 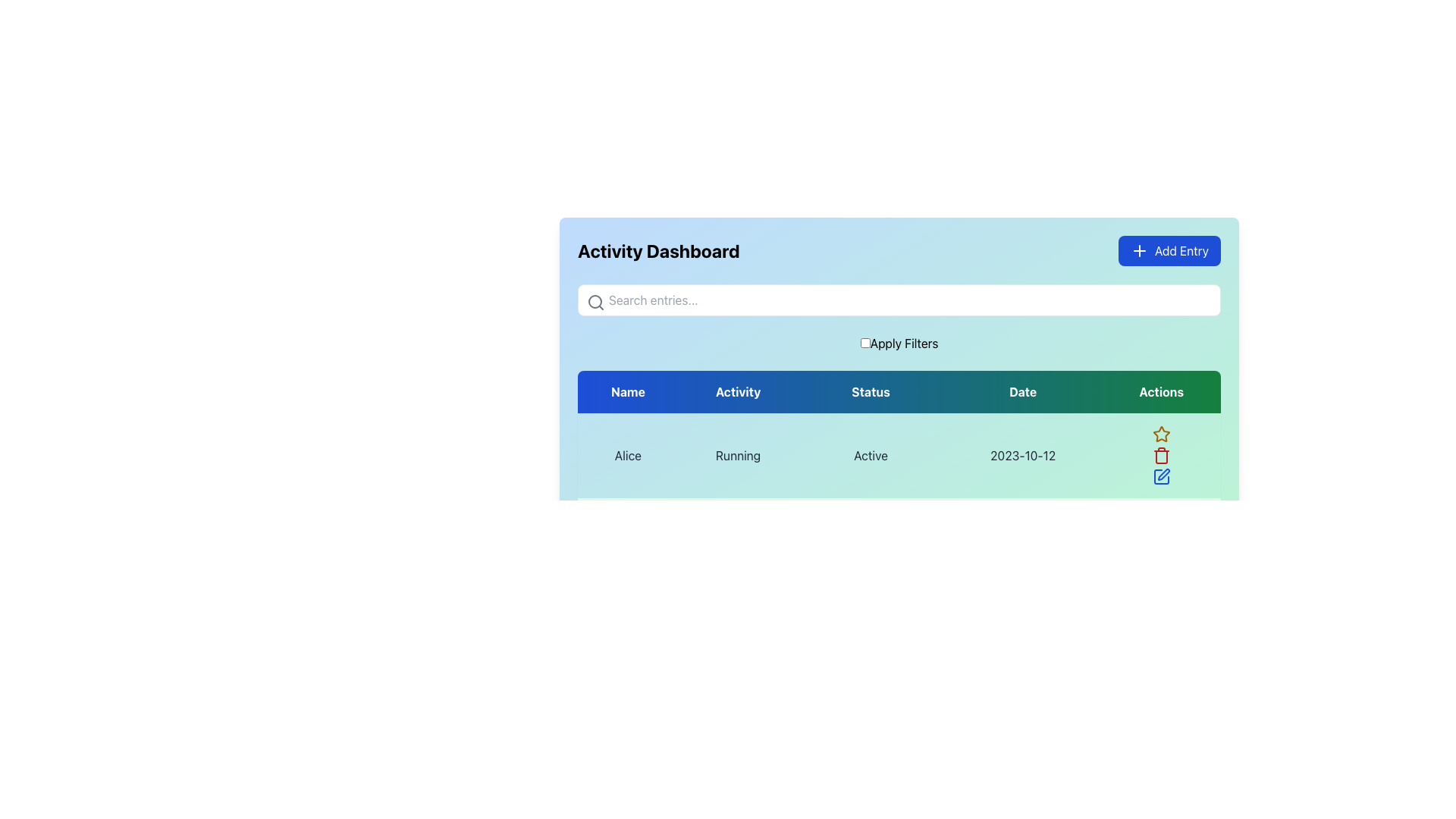 What do you see at coordinates (871, 391) in the screenshot?
I see `the 'Status' header text element, which is the third column header in the table, located between 'Activity' and 'Date'` at bounding box center [871, 391].